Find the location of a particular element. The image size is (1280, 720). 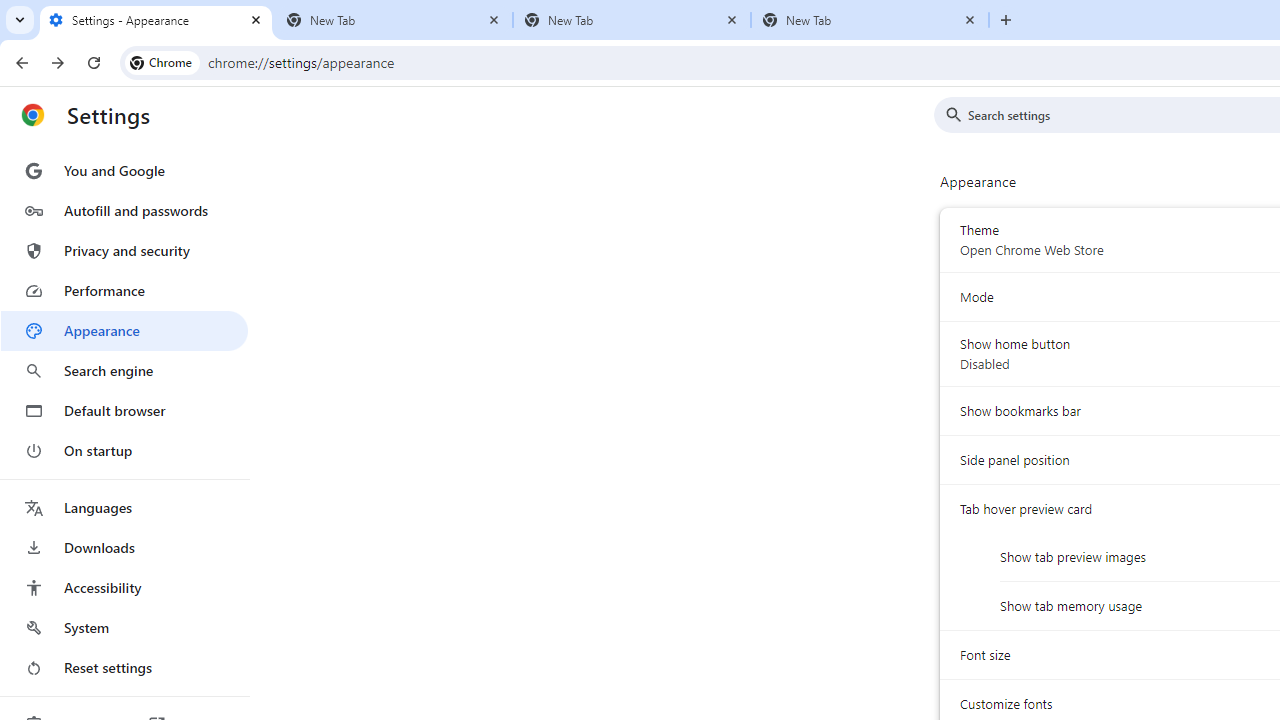

'Privacy and security' is located at coordinates (123, 249).